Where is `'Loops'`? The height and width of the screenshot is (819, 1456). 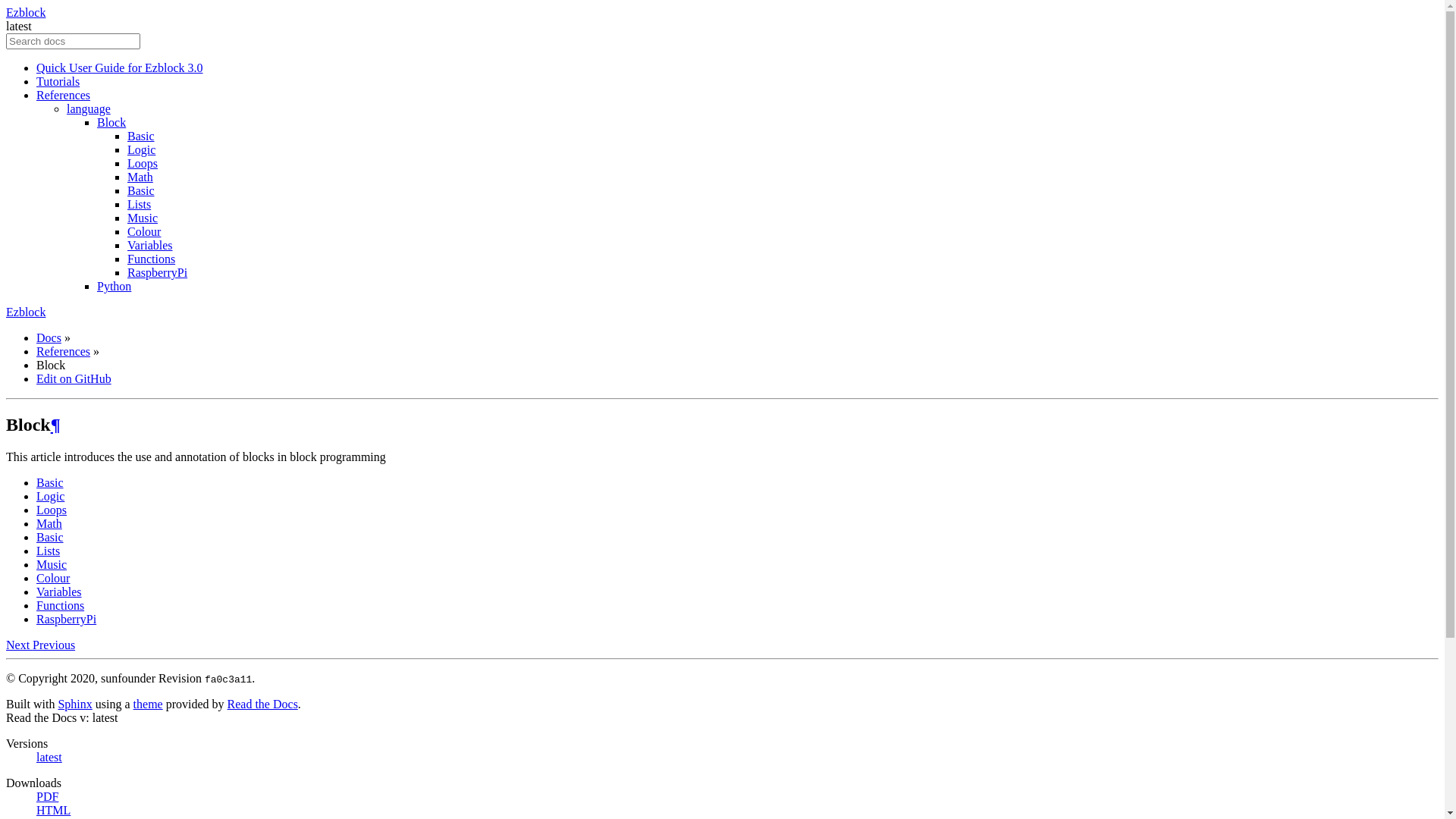 'Loops' is located at coordinates (51, 510).